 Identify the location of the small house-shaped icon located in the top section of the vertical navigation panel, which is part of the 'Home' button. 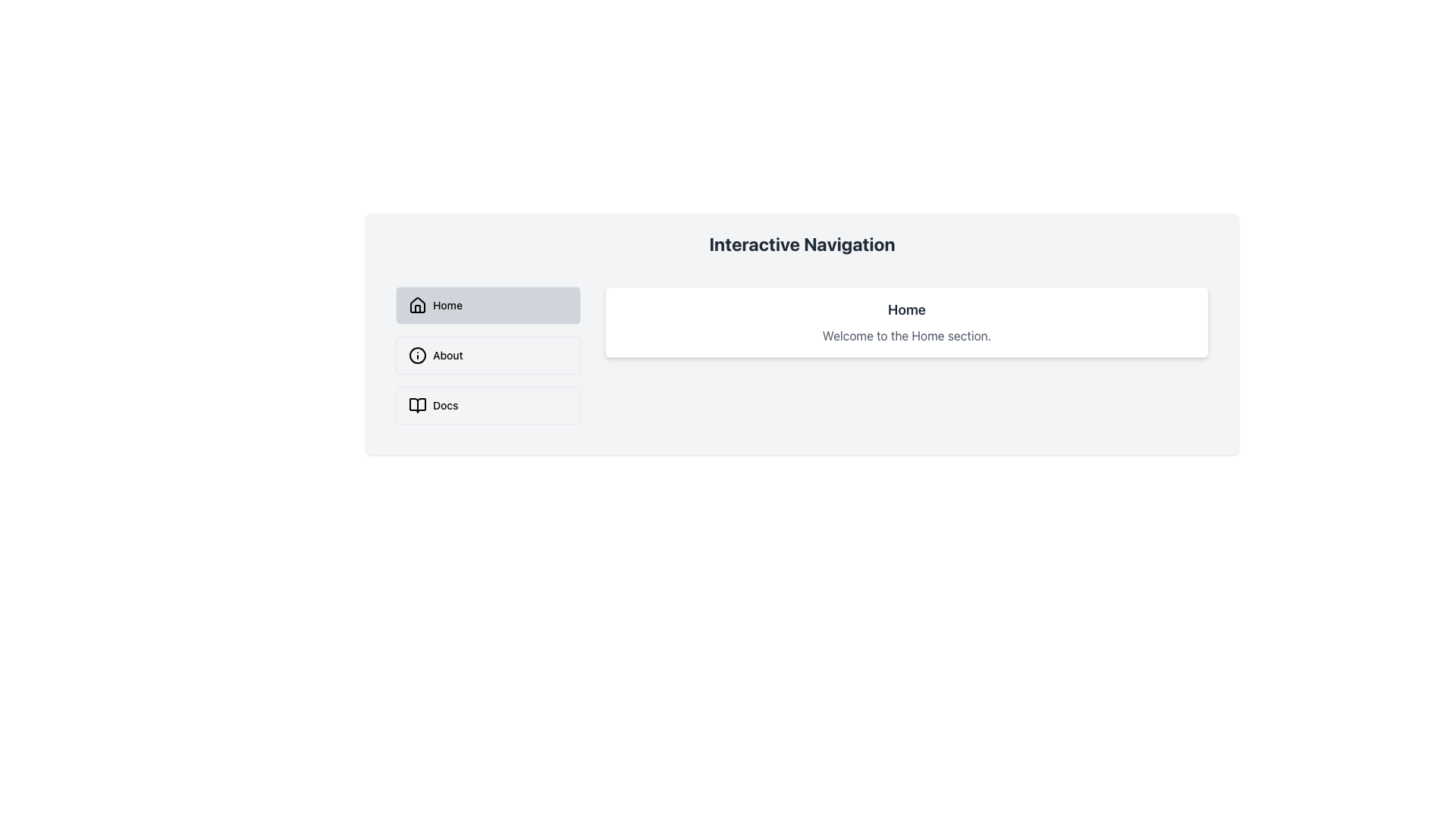
(418, 305).